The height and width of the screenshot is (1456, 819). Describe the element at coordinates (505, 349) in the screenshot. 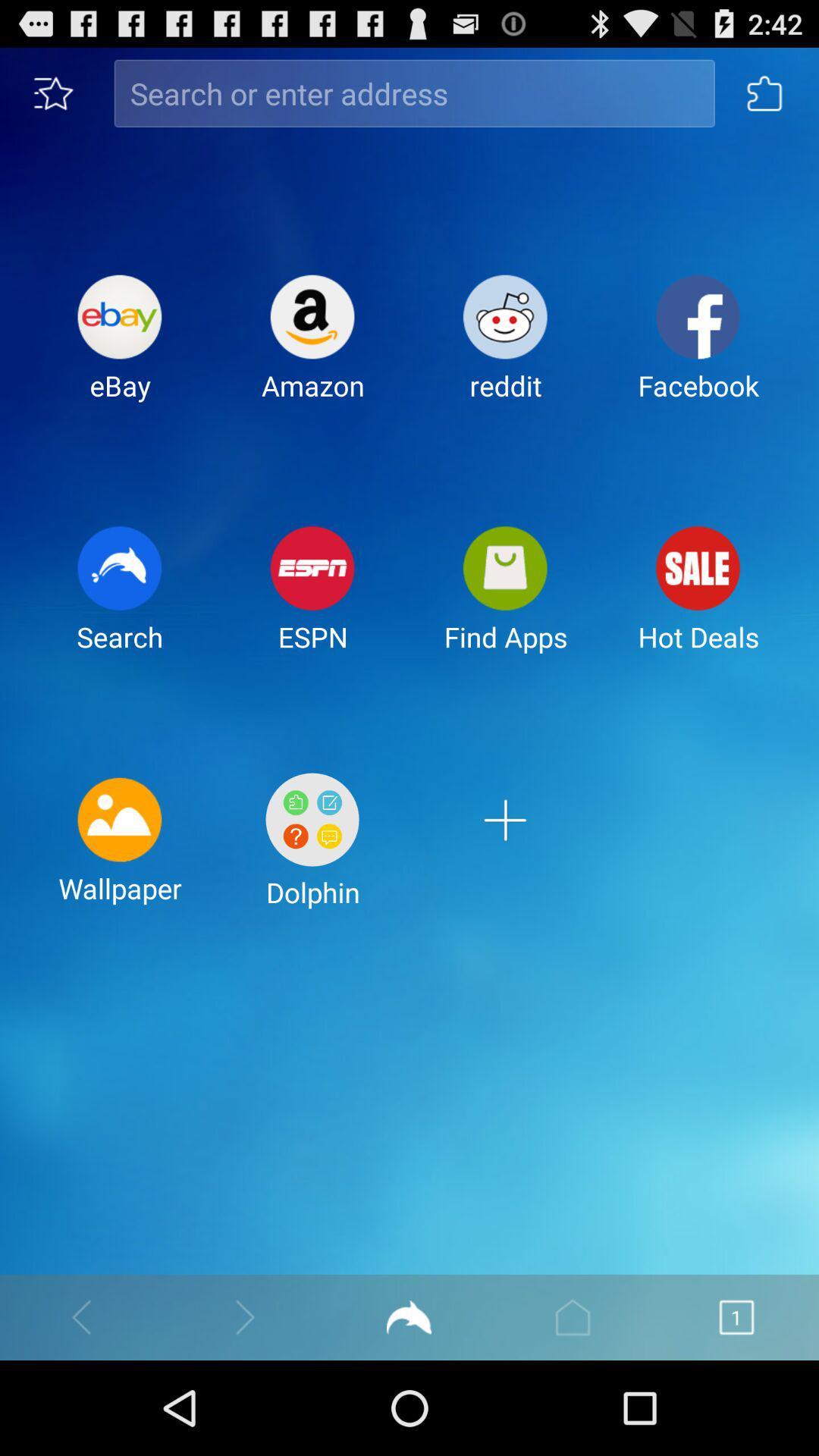

I see `the reddit item` at that location.